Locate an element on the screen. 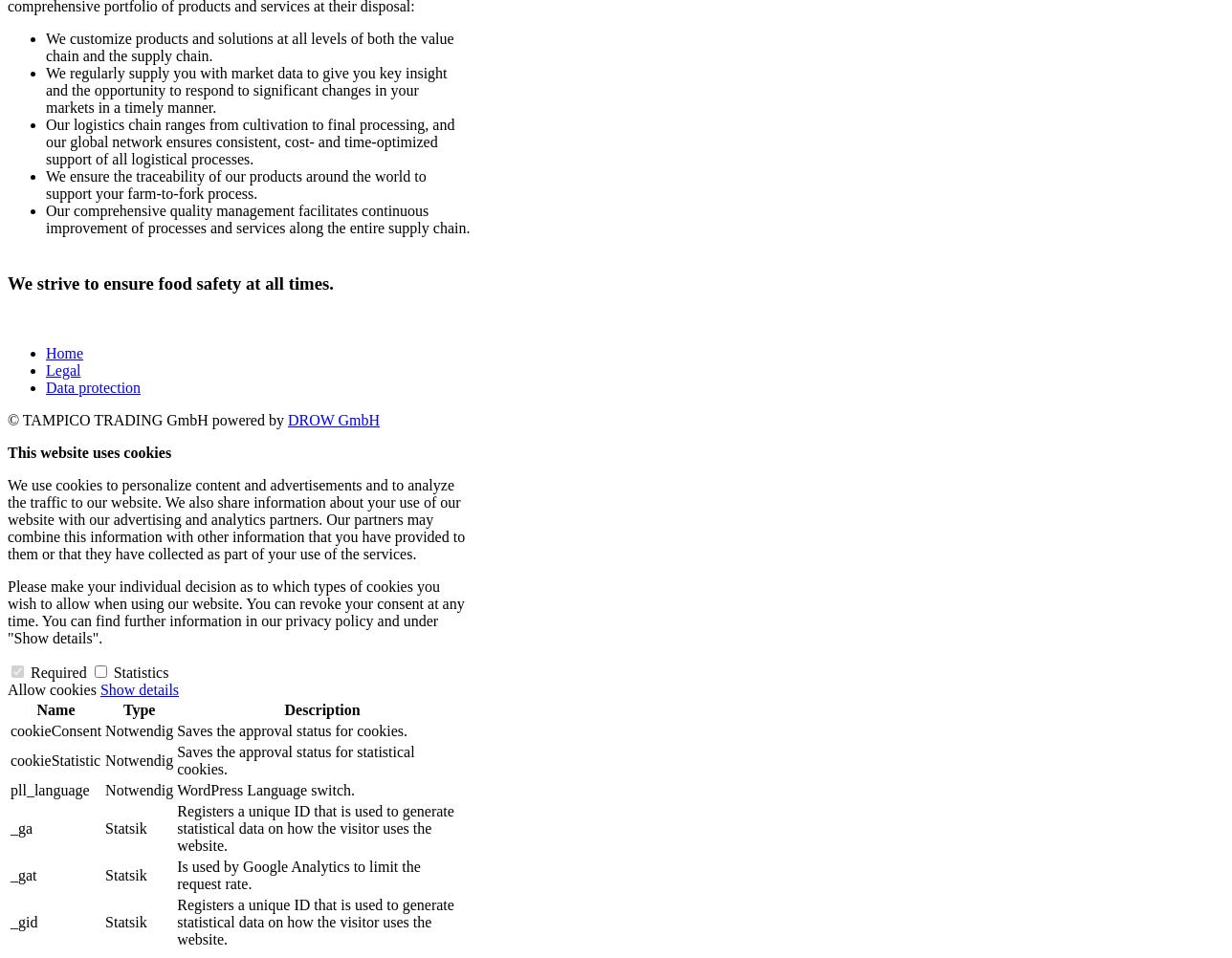  'This website uses cookies' is located at coordinates (89, 451).